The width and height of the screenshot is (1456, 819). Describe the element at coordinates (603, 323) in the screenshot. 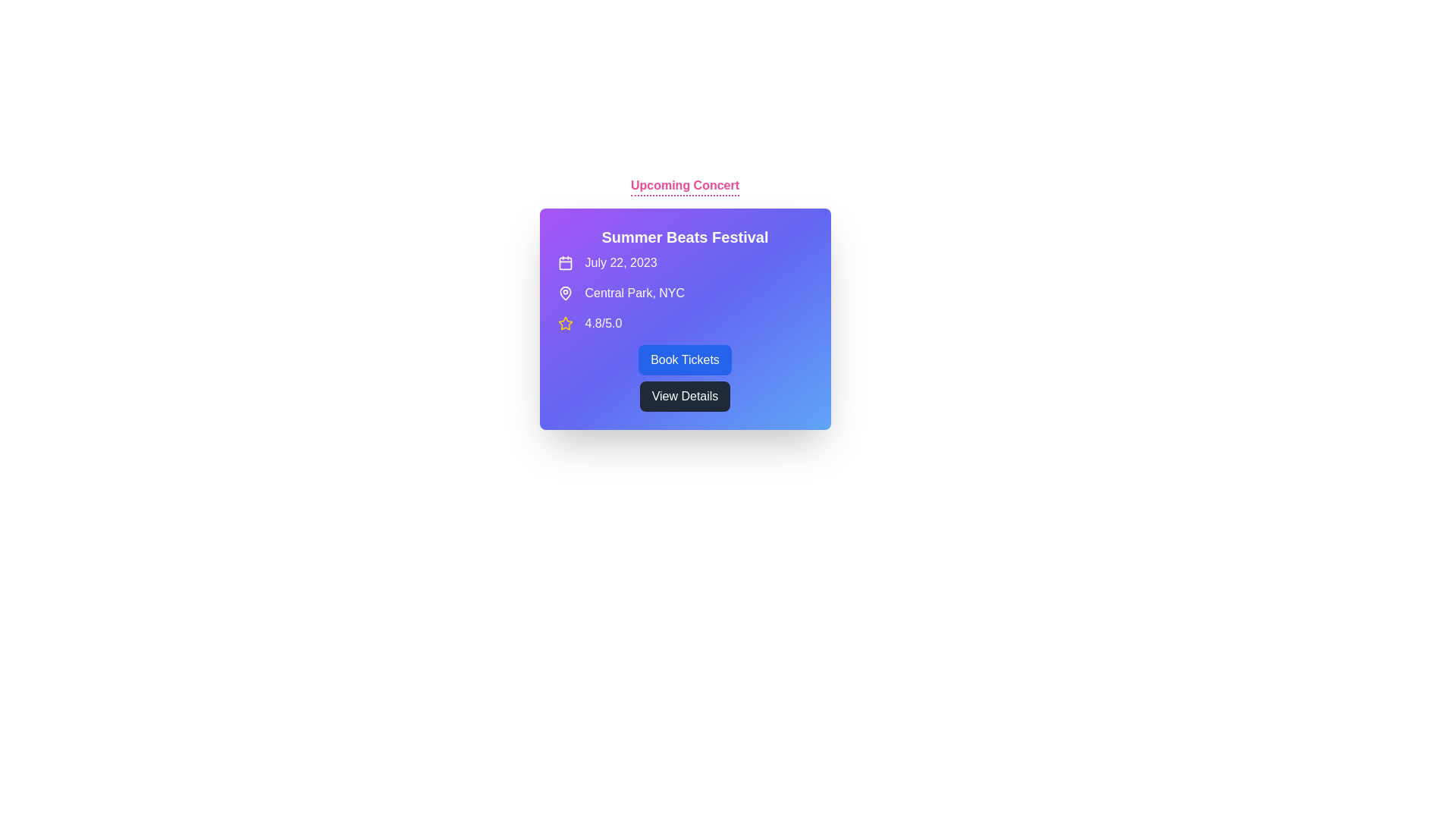

I see `rating displayed as '4.8/5.0' in white font located on a purple-blue gradient background, positioned below a yellow star icon in the lower-left section of the card` at that location.